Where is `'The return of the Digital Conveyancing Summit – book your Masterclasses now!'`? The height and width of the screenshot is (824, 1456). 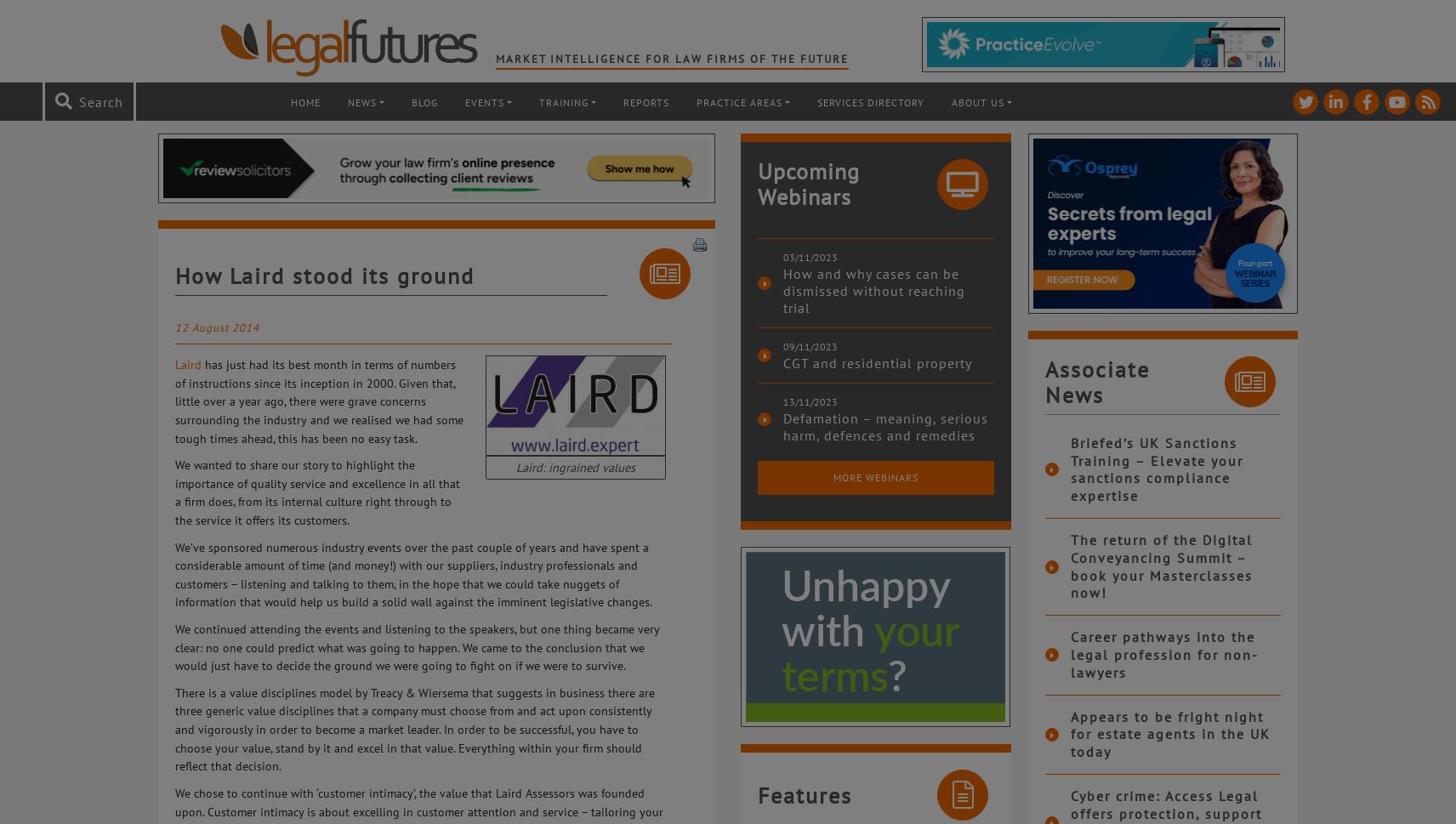 'The return of the Digital Conveyancing Summit – book your Masterclasses now!' is located at coordinates (1069, 565).